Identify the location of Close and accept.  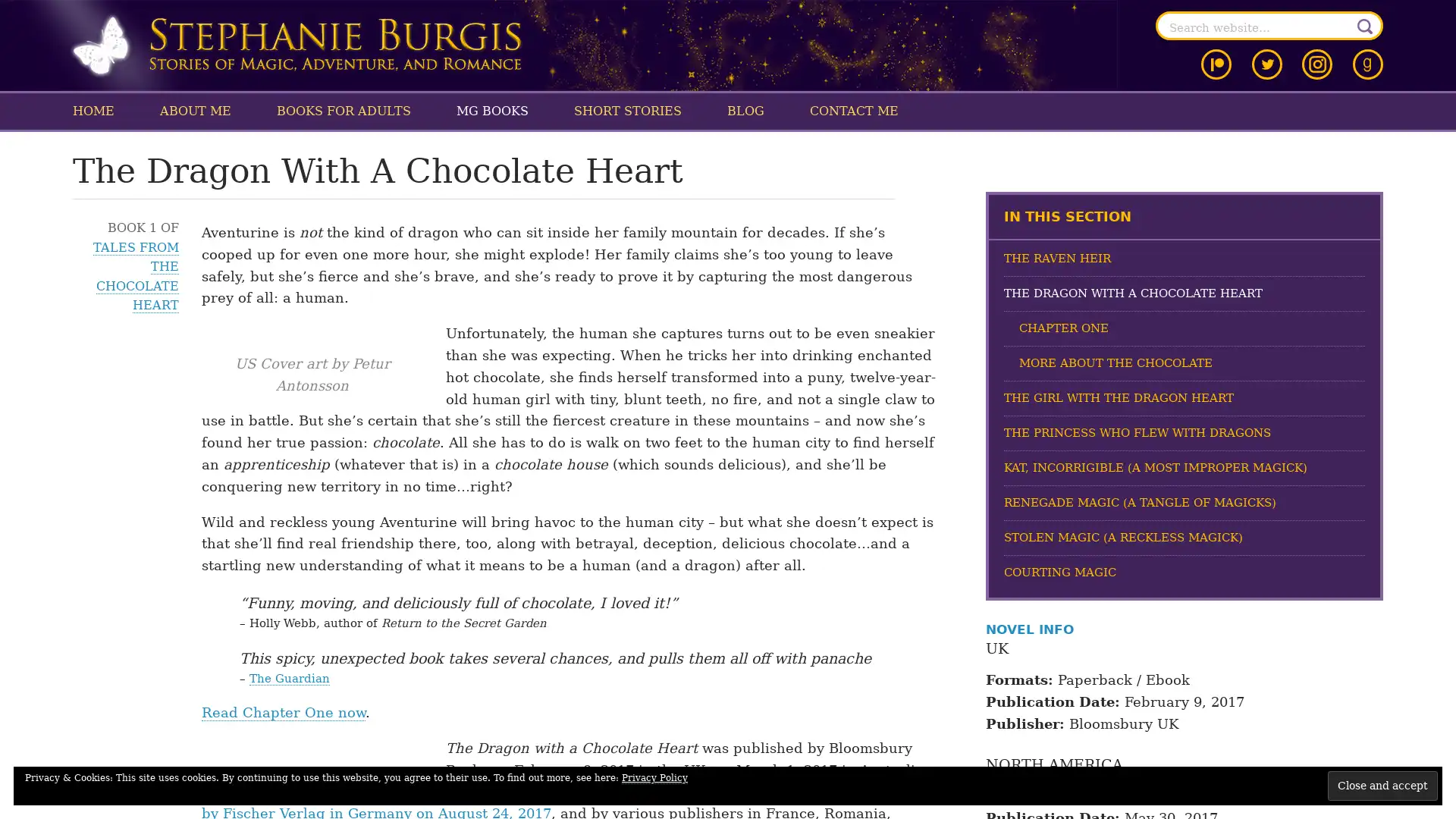
(1382, 785).